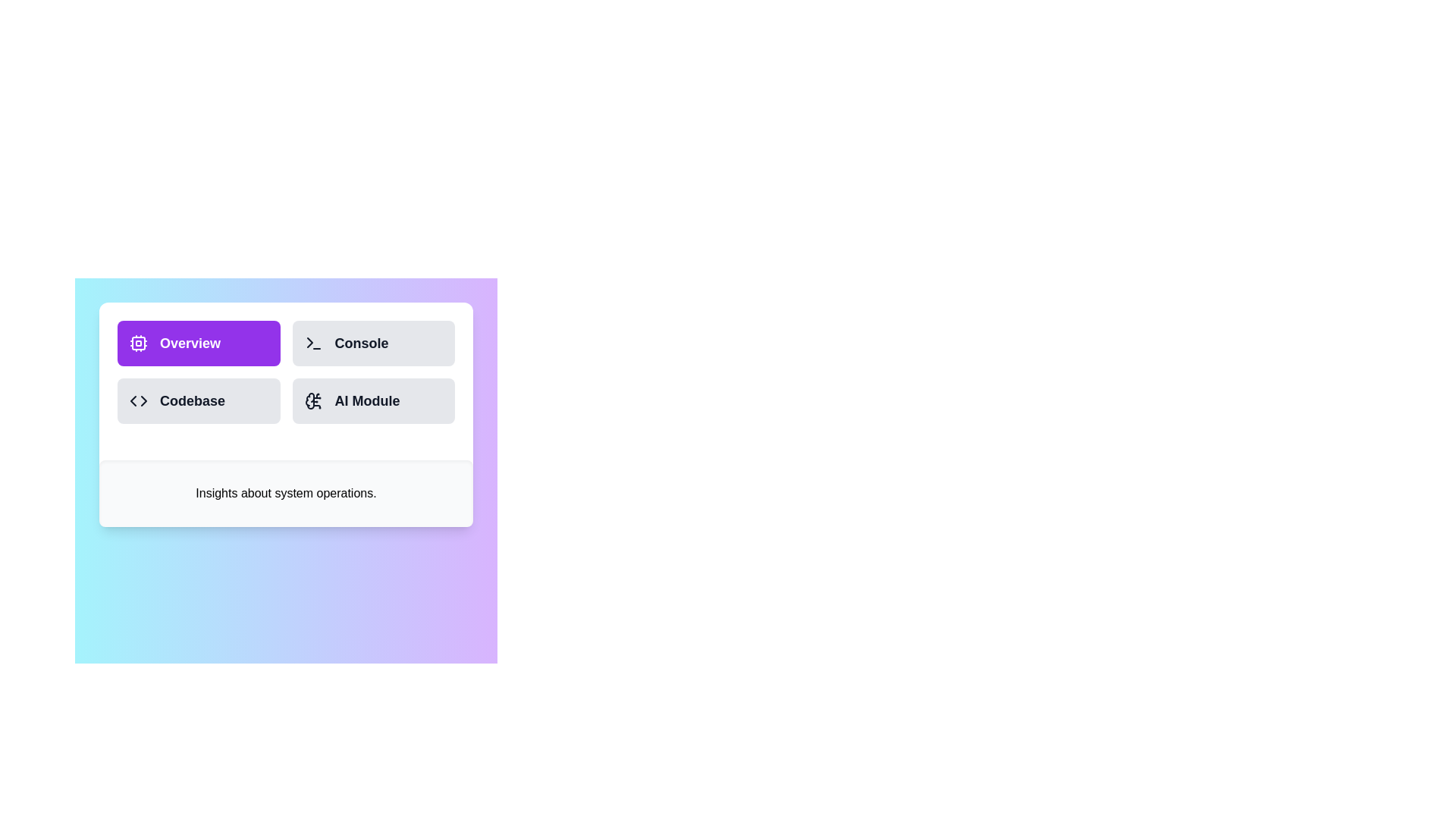 The image size is (1456, 819). I want to click on the menu option labeled 'AI Module' to view its content, so click(374, 400).